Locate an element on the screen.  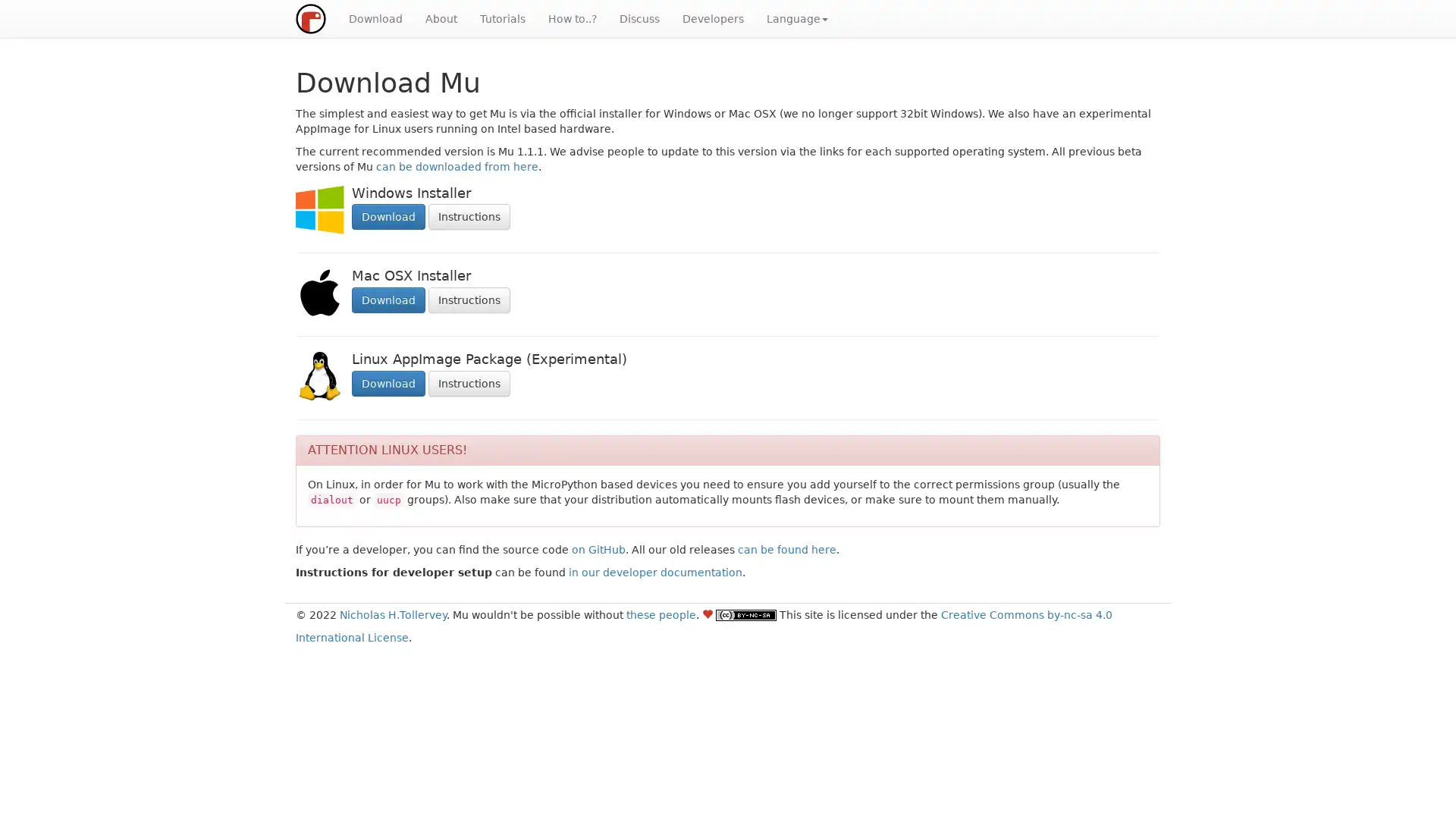
Instructions is located at coordinates (469, 216).